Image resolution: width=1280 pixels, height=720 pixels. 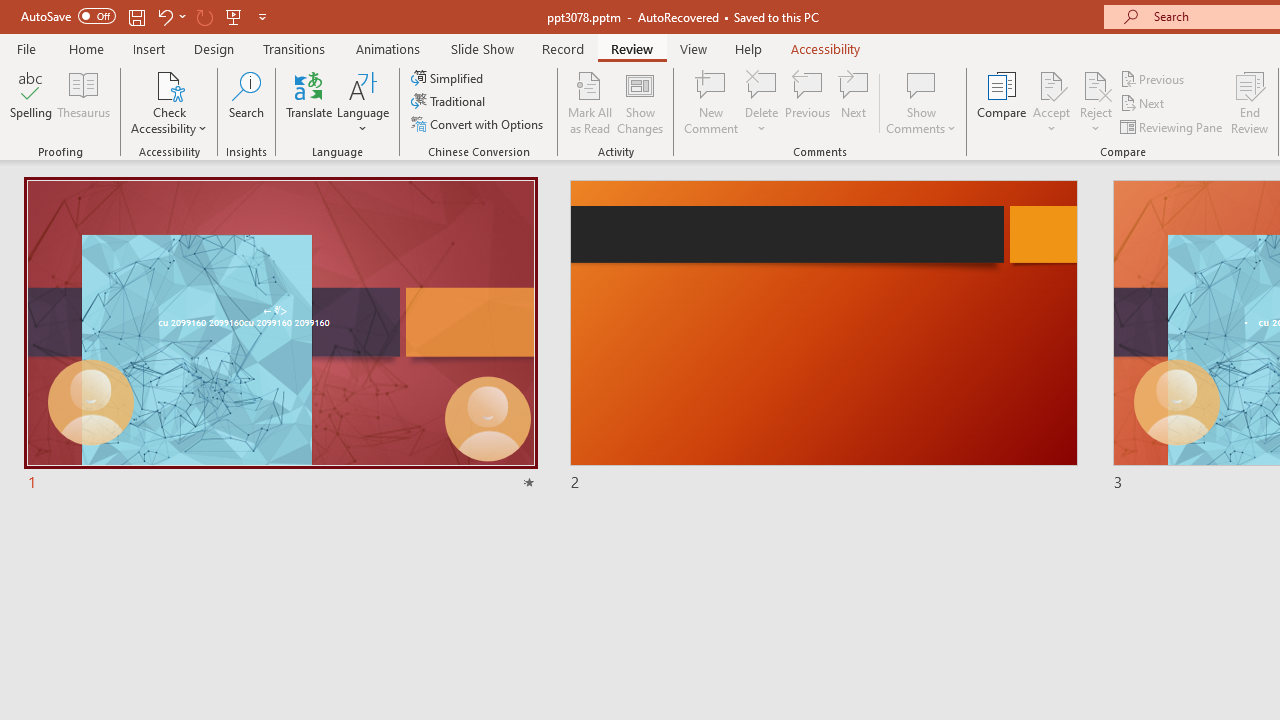 What do you see at coordinates (761, 84) in the screenshot?
I see `'Delete'` at bounding box center [761, 84].